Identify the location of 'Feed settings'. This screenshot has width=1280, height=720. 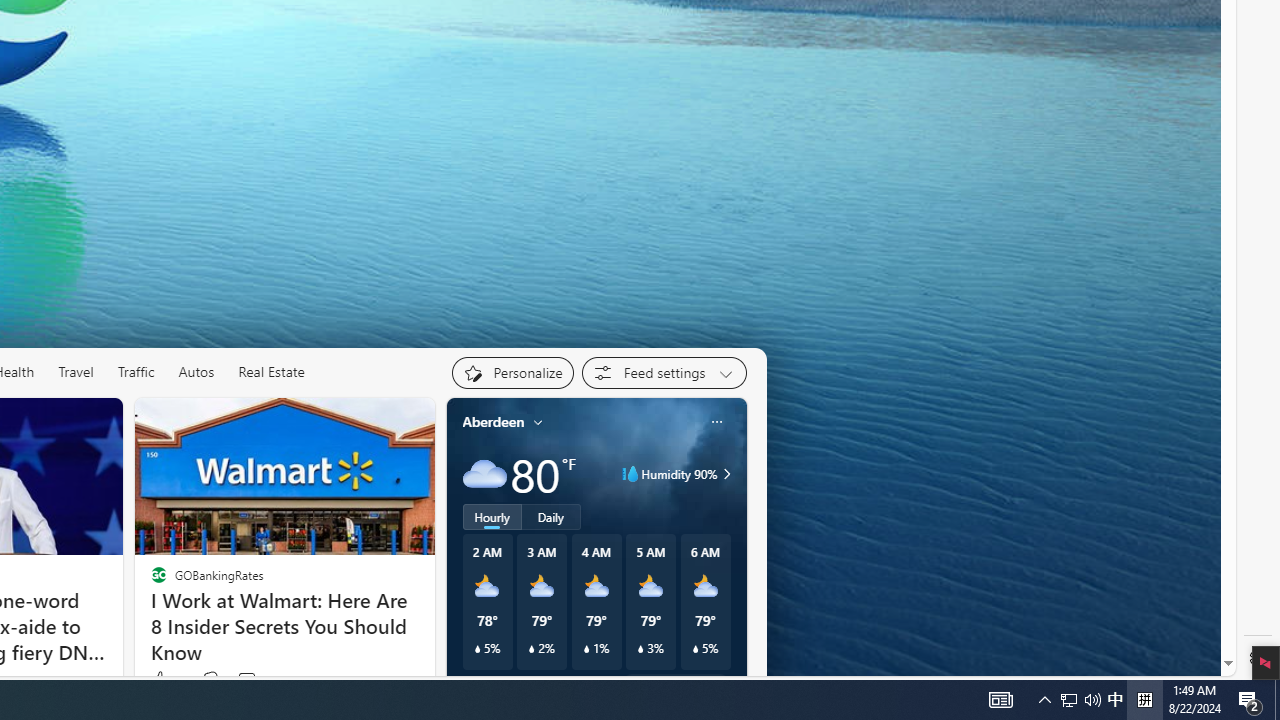
(664, 372).